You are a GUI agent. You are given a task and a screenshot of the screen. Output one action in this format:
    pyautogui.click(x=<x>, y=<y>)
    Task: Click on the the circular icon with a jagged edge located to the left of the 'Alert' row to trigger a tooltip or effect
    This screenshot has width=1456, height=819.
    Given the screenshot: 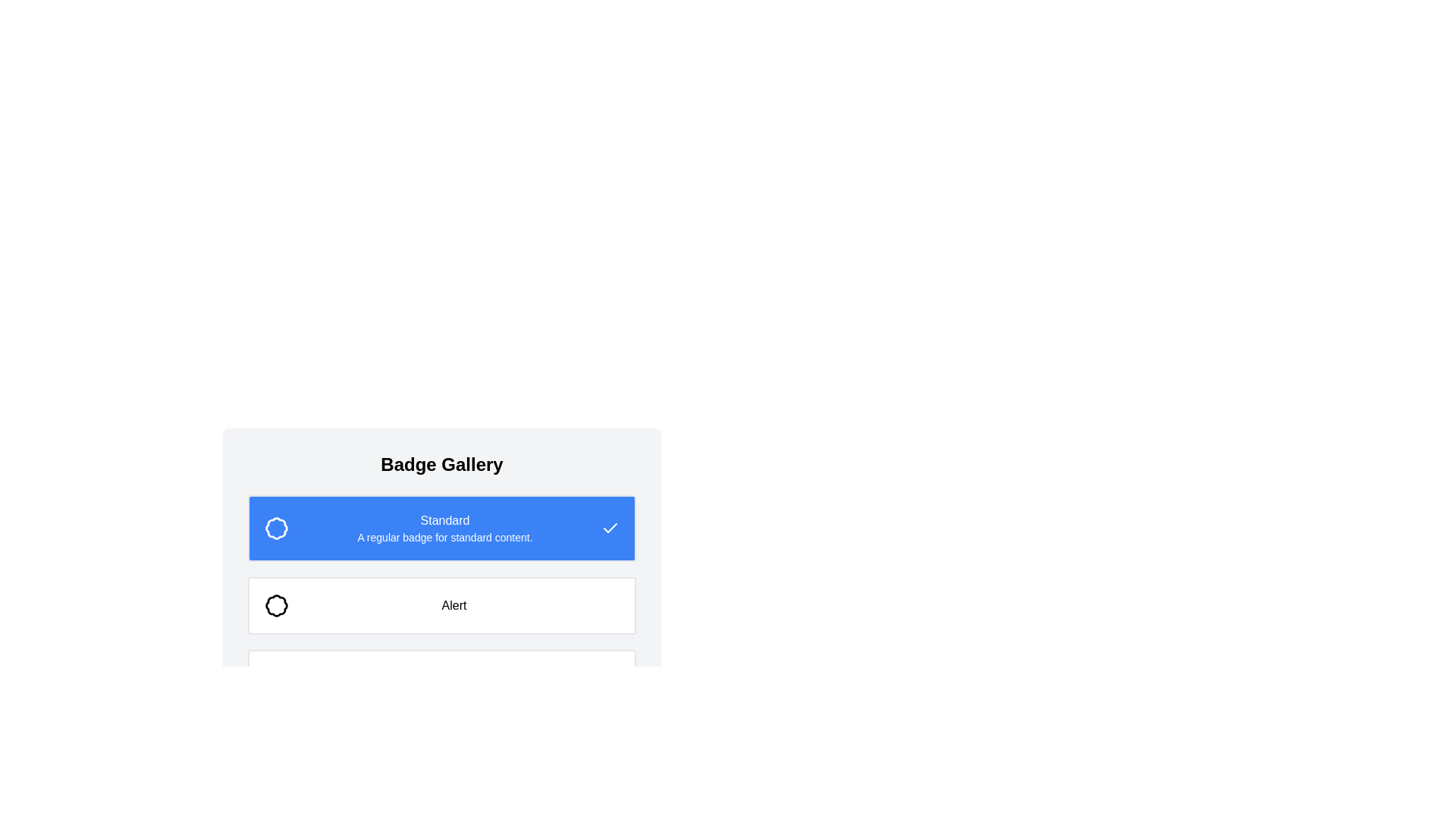 What is the action you would take?
    pyautogui.click(x=276, y=604)
    